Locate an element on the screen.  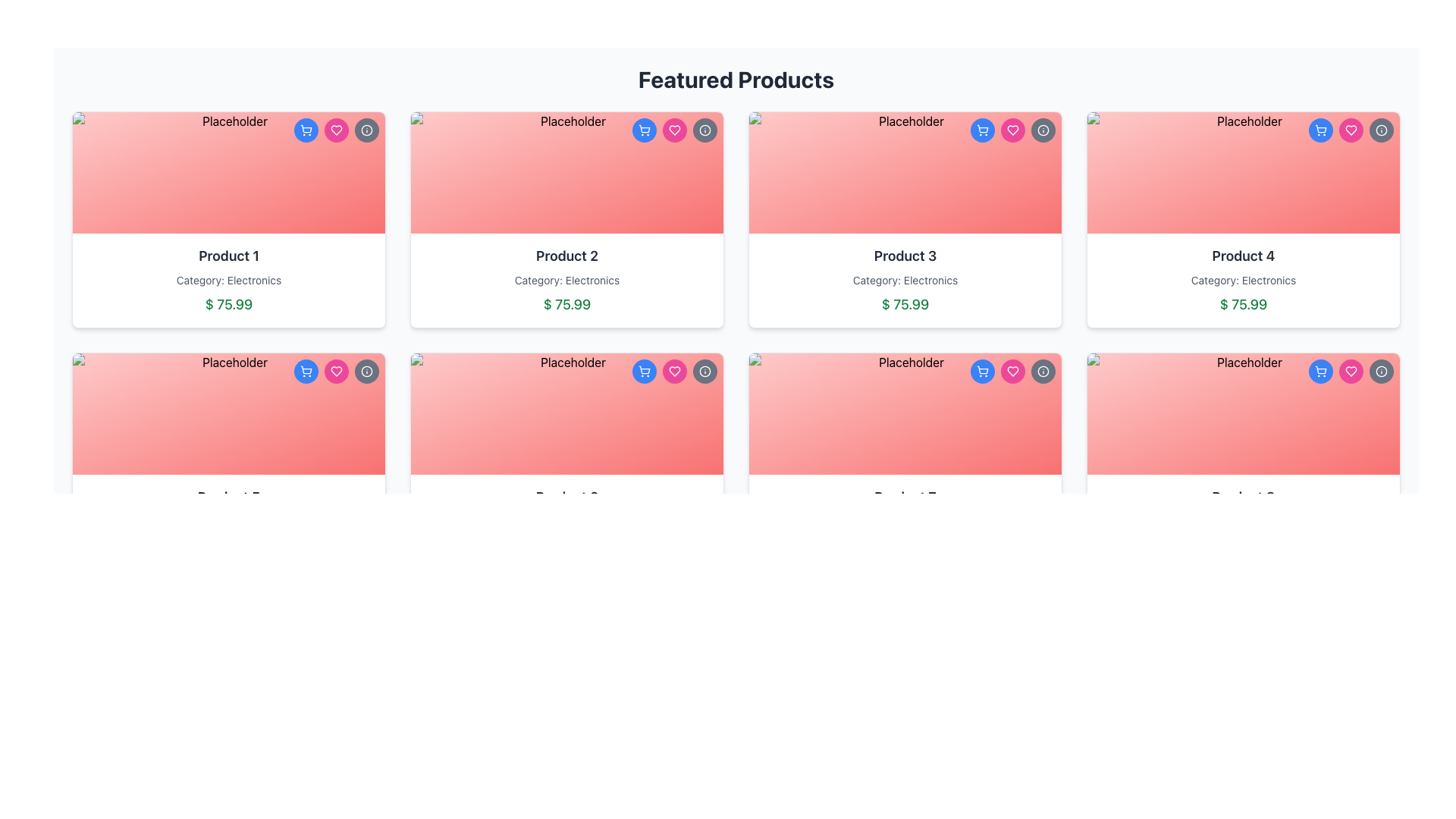
the circular information button with a gray background and white outline located in the top-right corner of the 'Product 4' card is located at coordinates (1382, 371).